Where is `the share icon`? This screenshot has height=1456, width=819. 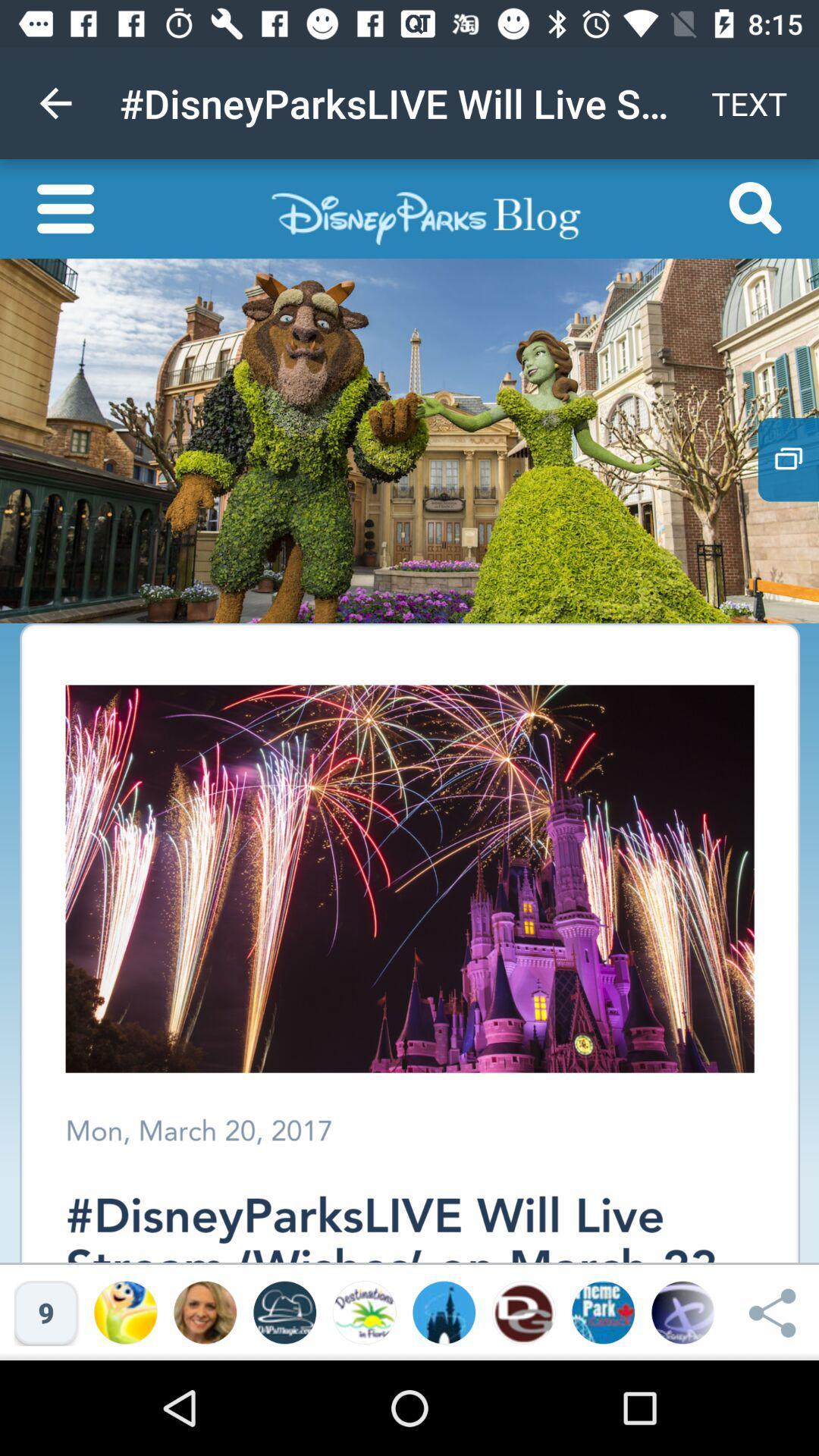
the share icon is located at coordinates (764, 1312).